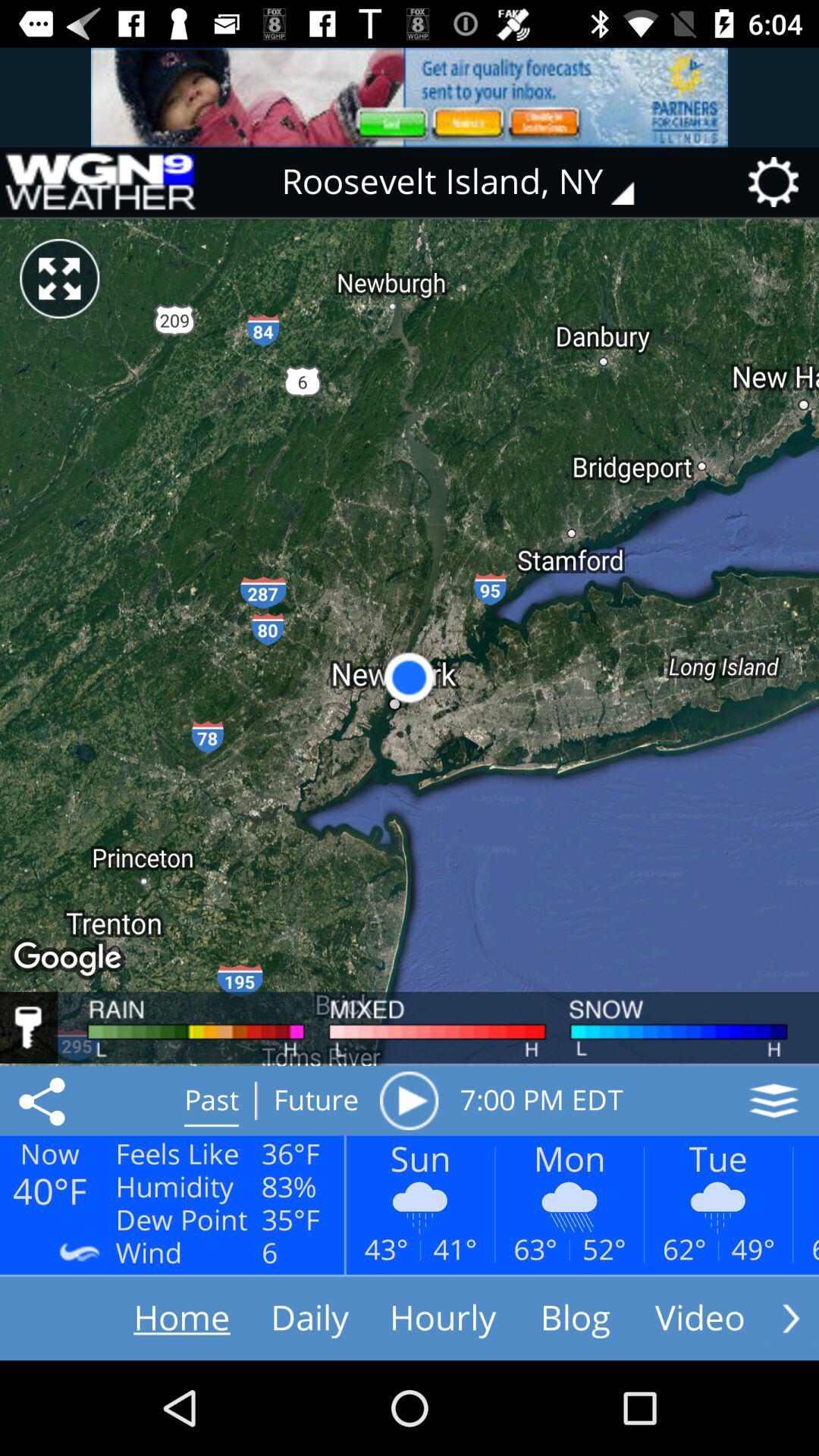 The width and height of the screenshot is (819, 1456). What do you see at coordinates (408, 1100) in the screenshot?
I see `the item next to the 7 00 pm` at bounding box center [408, 1100].